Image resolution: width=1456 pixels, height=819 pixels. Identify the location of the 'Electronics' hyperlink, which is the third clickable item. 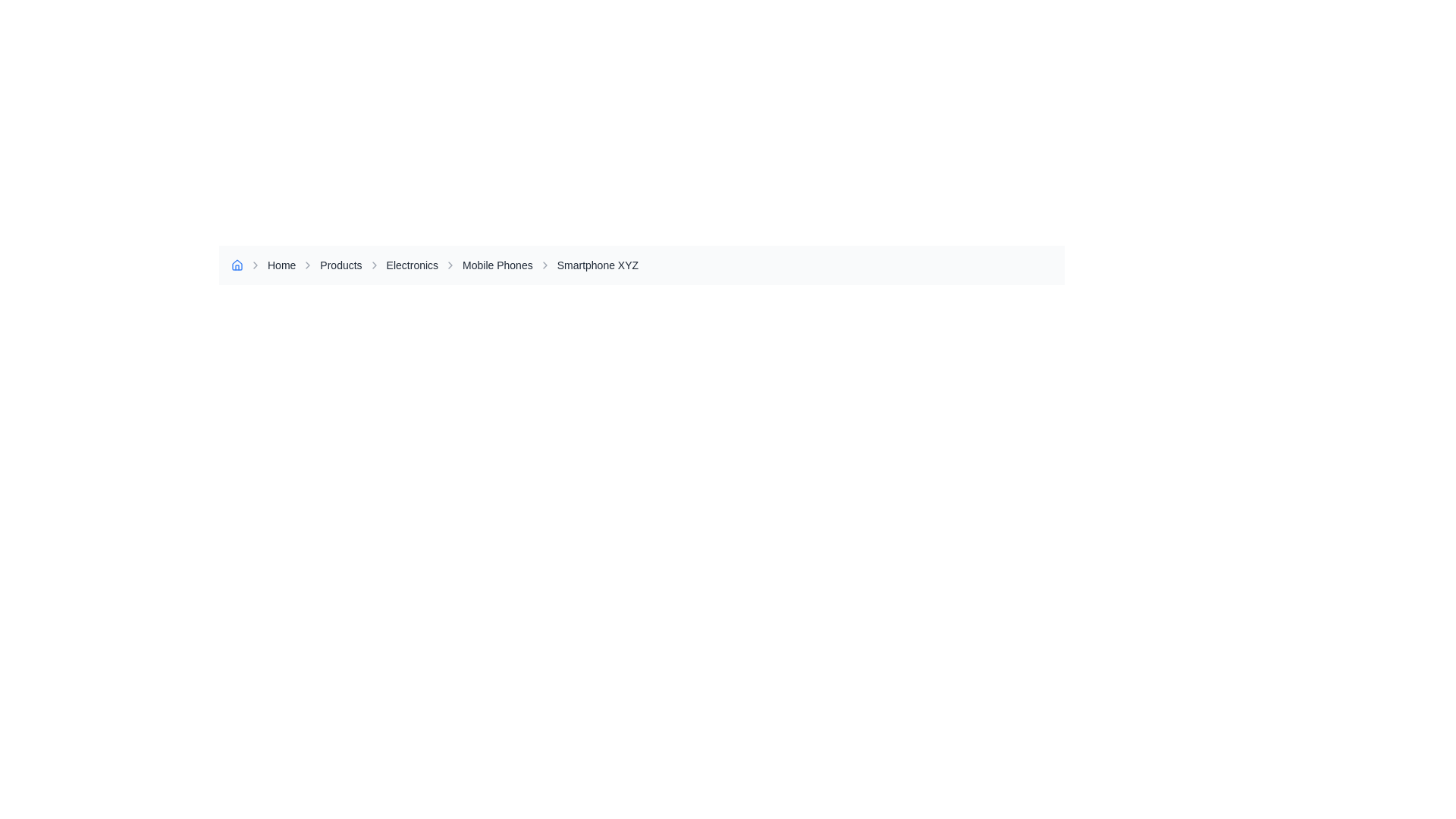
(412, 265).